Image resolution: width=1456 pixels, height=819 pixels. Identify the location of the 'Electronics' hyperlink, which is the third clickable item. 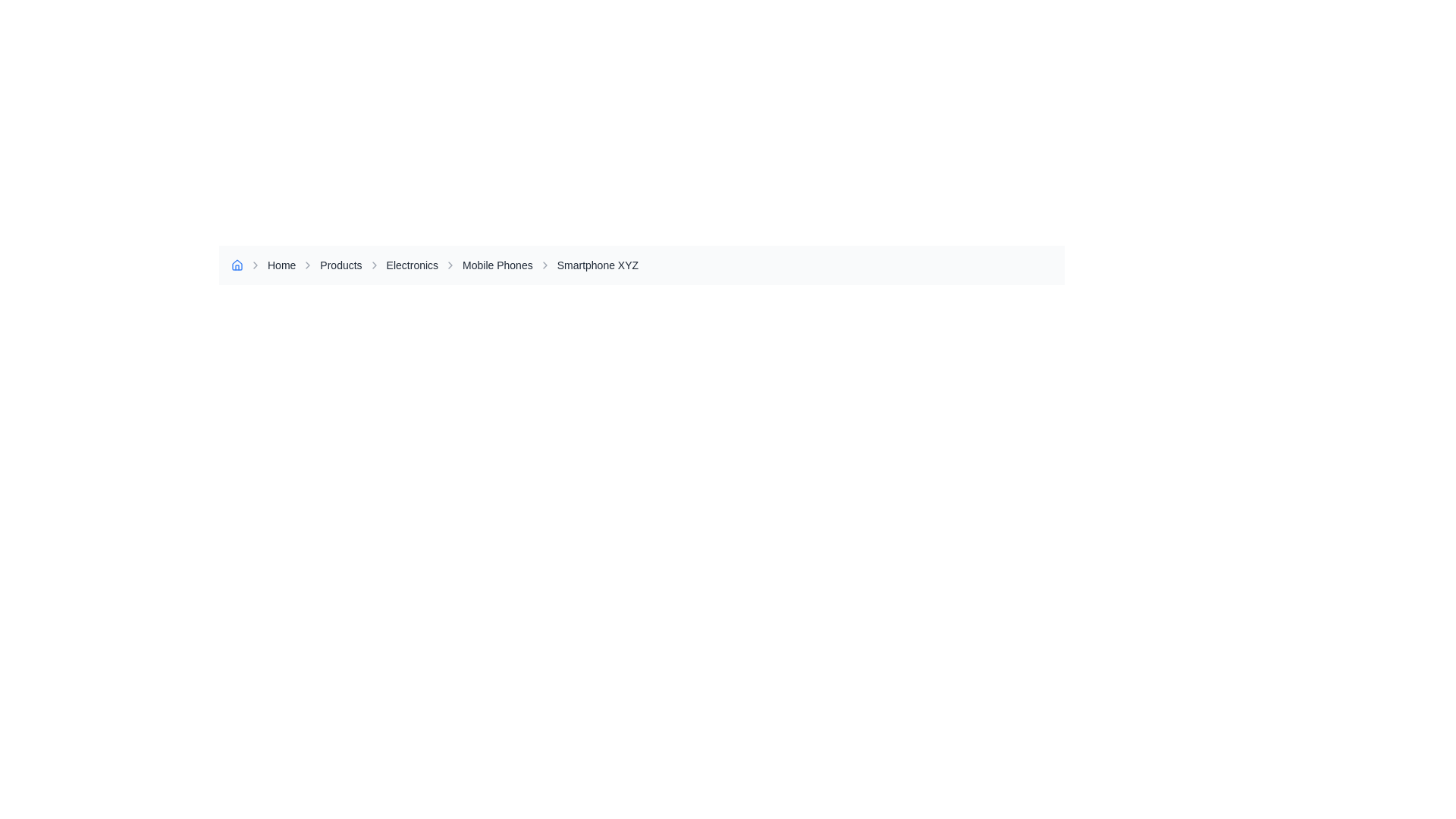
(412, 265).